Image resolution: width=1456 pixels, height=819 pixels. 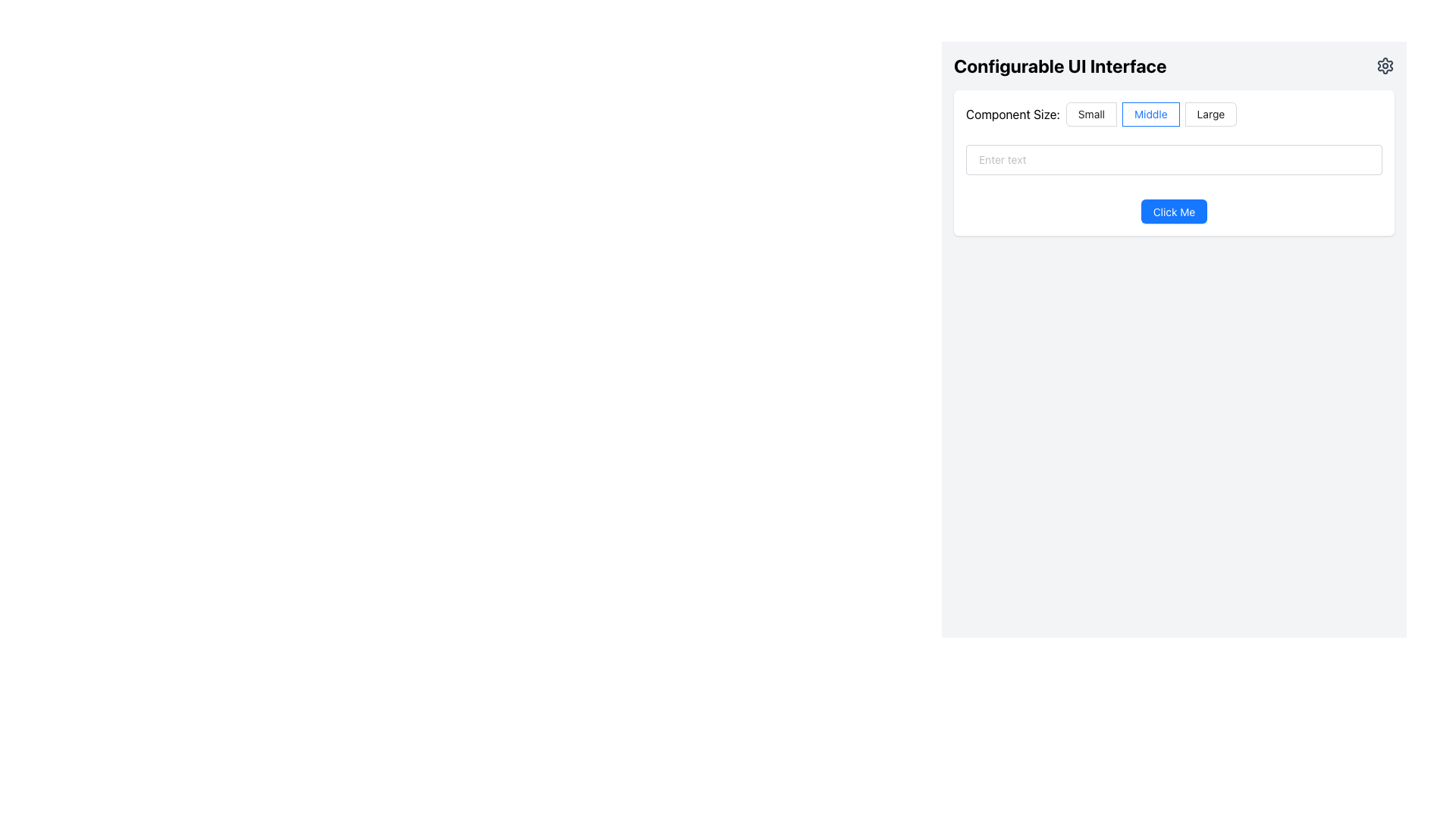 What do you see at coordinates (1210, 113) in the screenshot?
I see `the radio button labeled 'Large'` at bounding box center [1210, 113].